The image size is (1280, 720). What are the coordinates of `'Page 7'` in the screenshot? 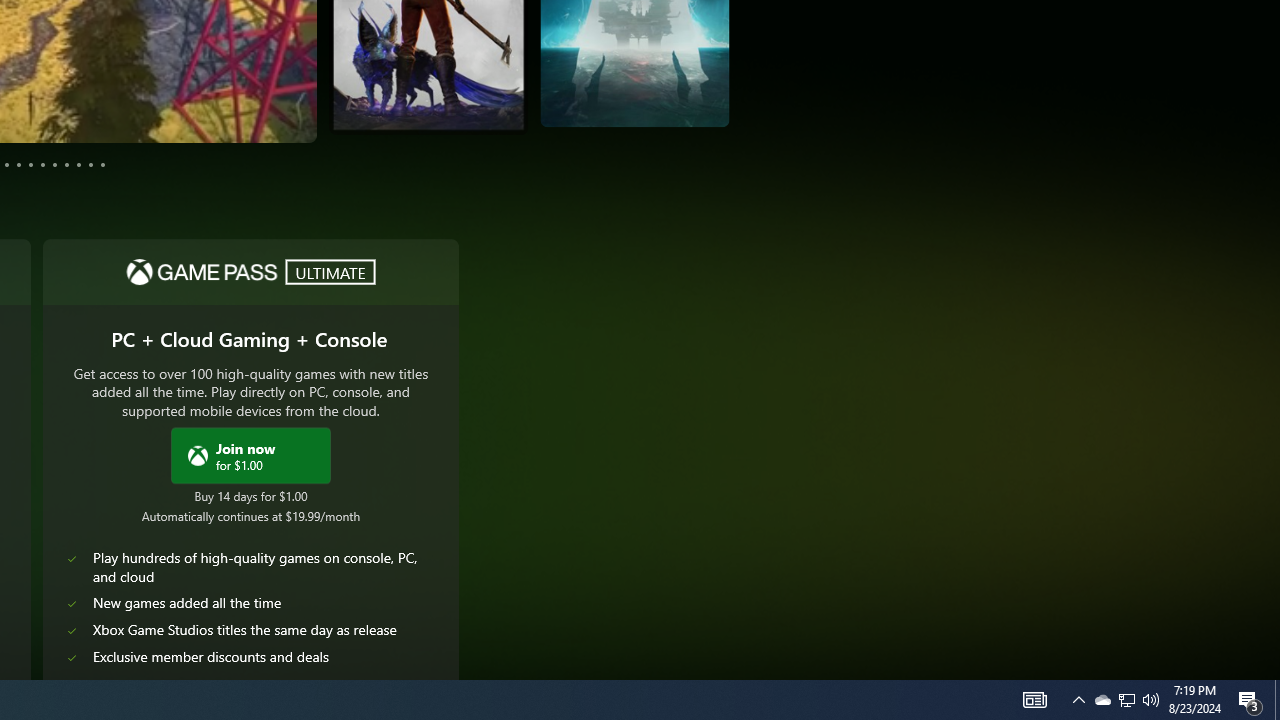 It's located at (42, 163).